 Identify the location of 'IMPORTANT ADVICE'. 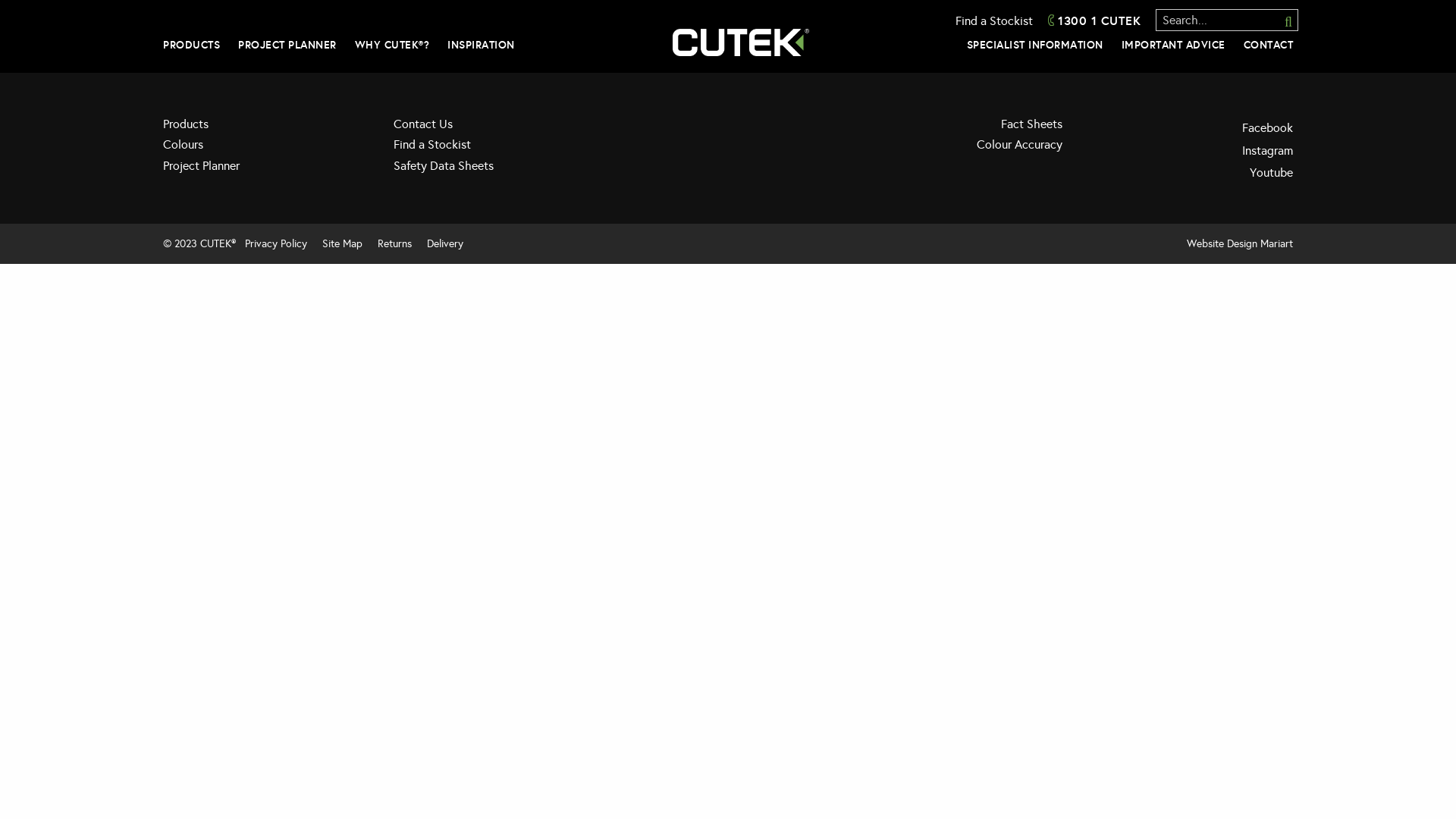
(1172, 43).